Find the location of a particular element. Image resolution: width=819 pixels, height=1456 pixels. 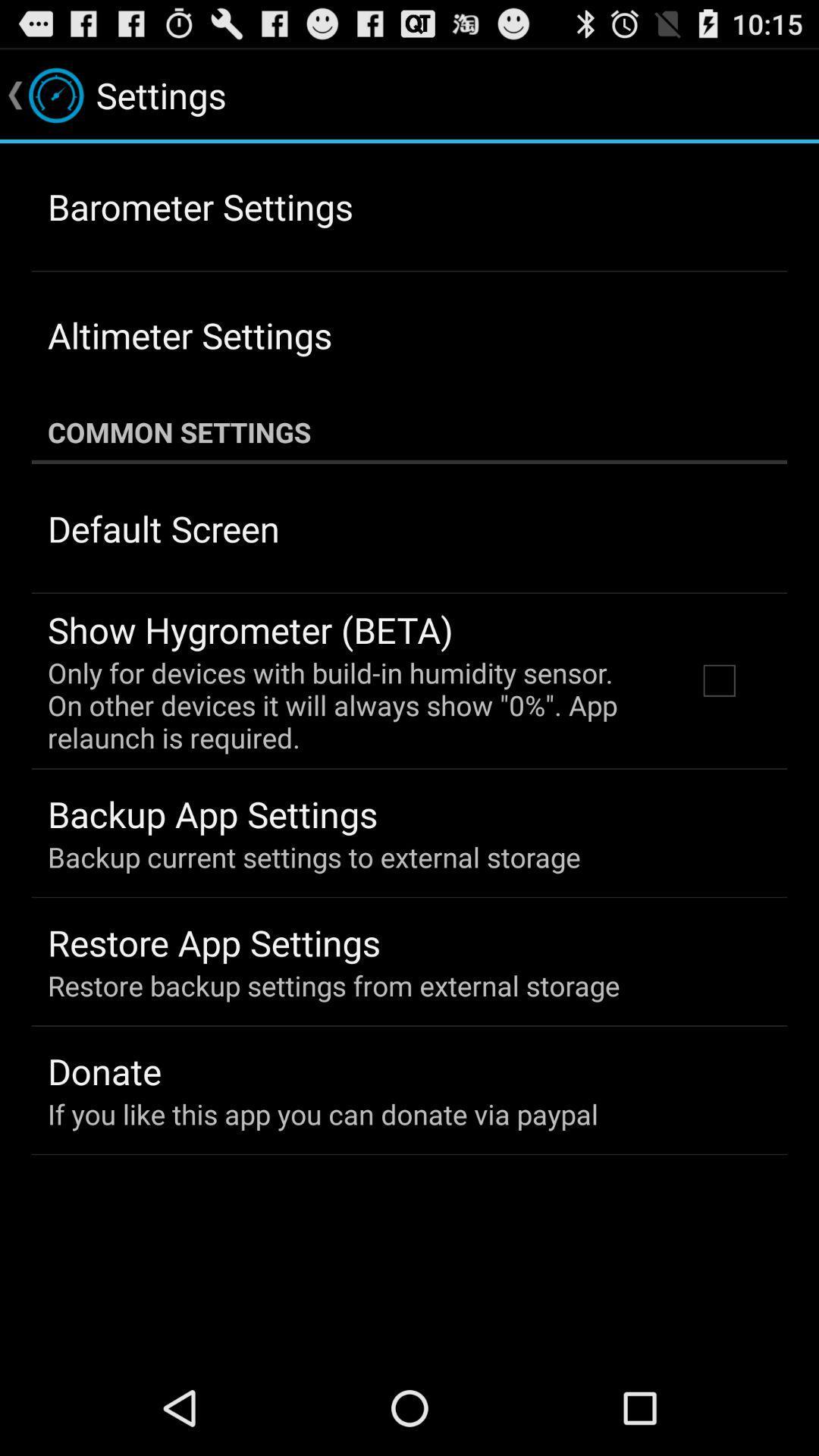

the icon below barometer settings icon is located at coordinates (189, 334).